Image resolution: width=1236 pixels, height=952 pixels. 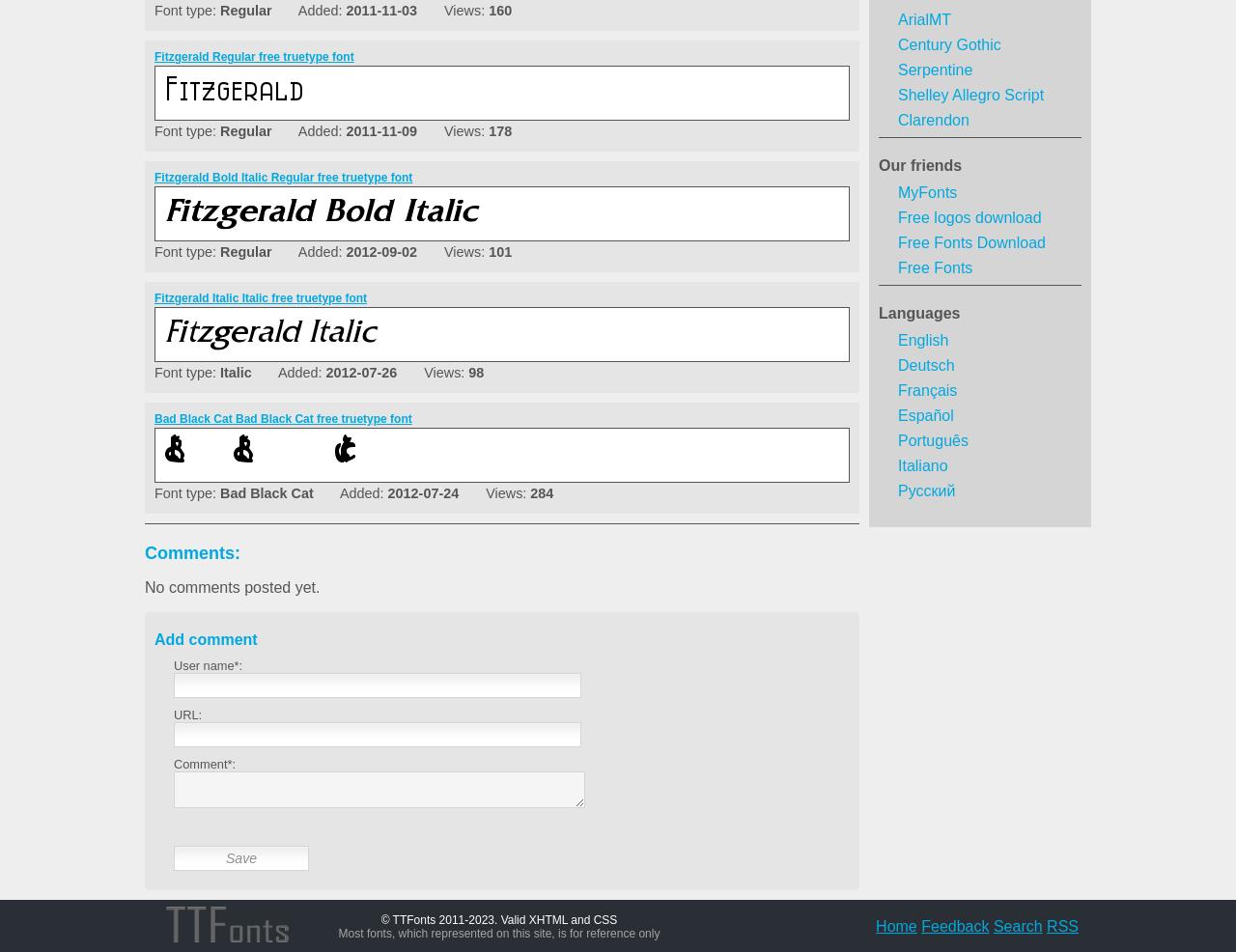 I want to click on 'URL:', so click(x=187, y=714).